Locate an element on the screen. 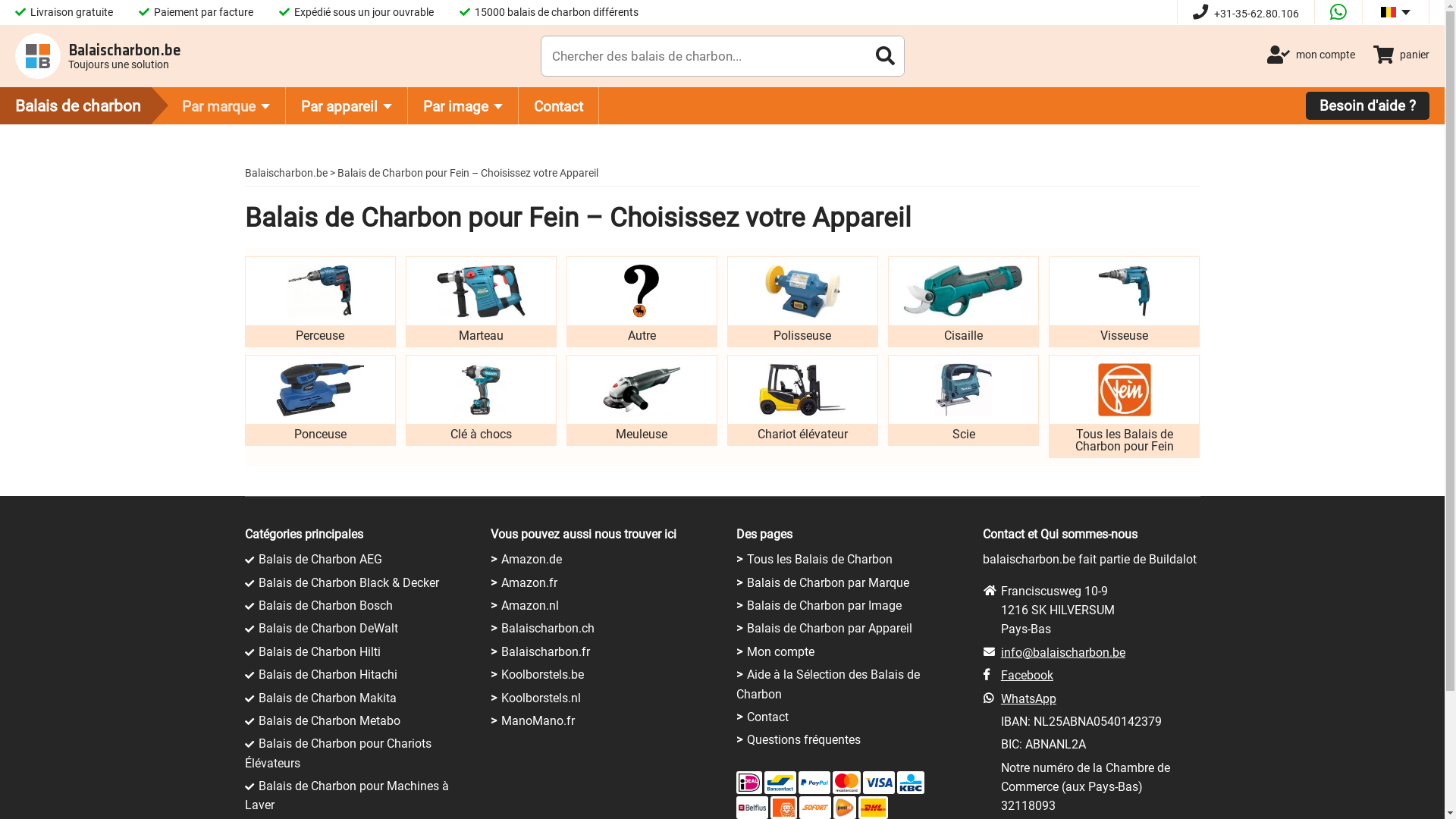 This screenshot has width=1456, height=819. 'Tous les Balais de Charbon pour Fein' is located at coordinates (1124, 406).